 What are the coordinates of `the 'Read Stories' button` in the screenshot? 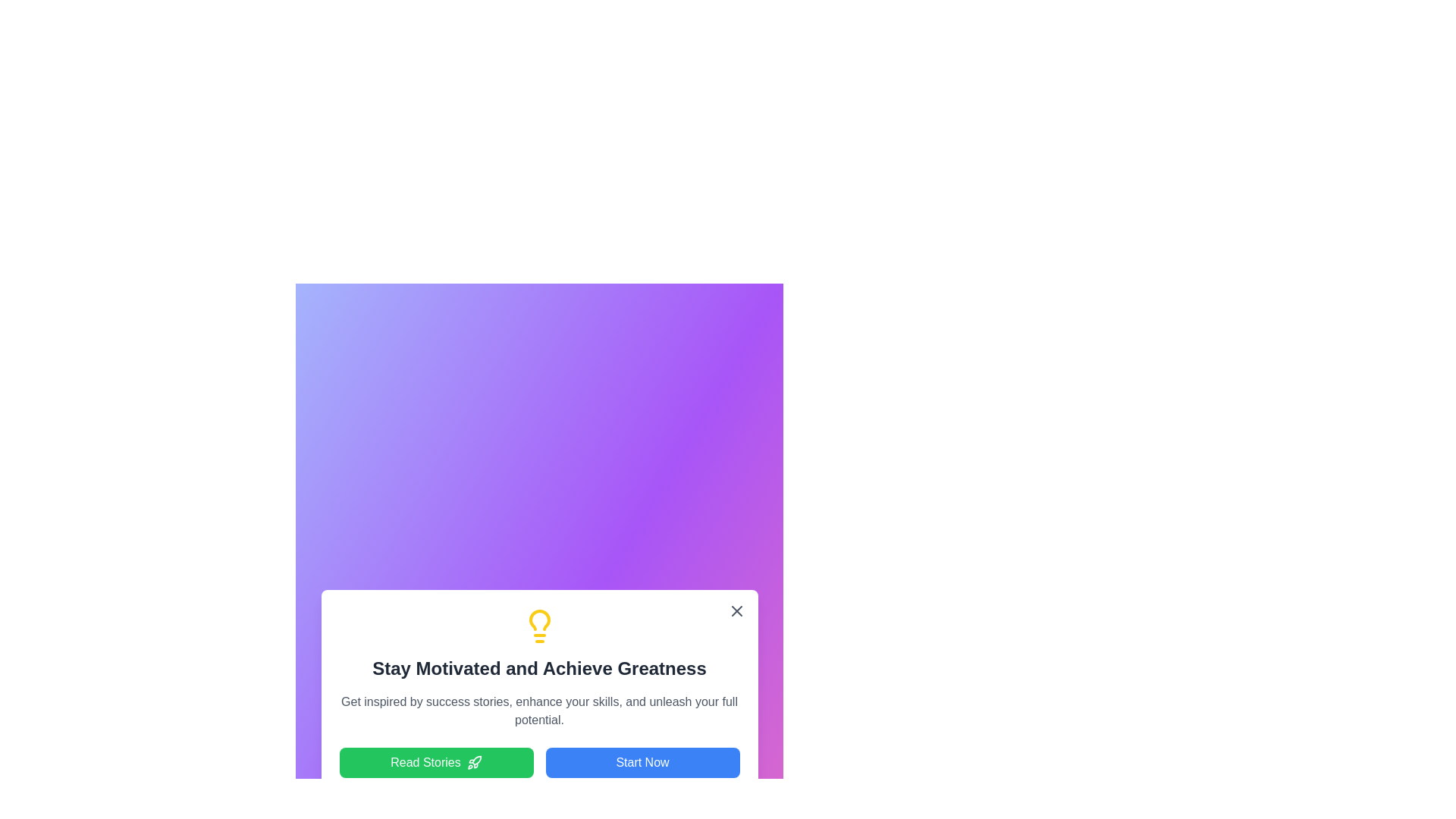 It's located at (435, 763).